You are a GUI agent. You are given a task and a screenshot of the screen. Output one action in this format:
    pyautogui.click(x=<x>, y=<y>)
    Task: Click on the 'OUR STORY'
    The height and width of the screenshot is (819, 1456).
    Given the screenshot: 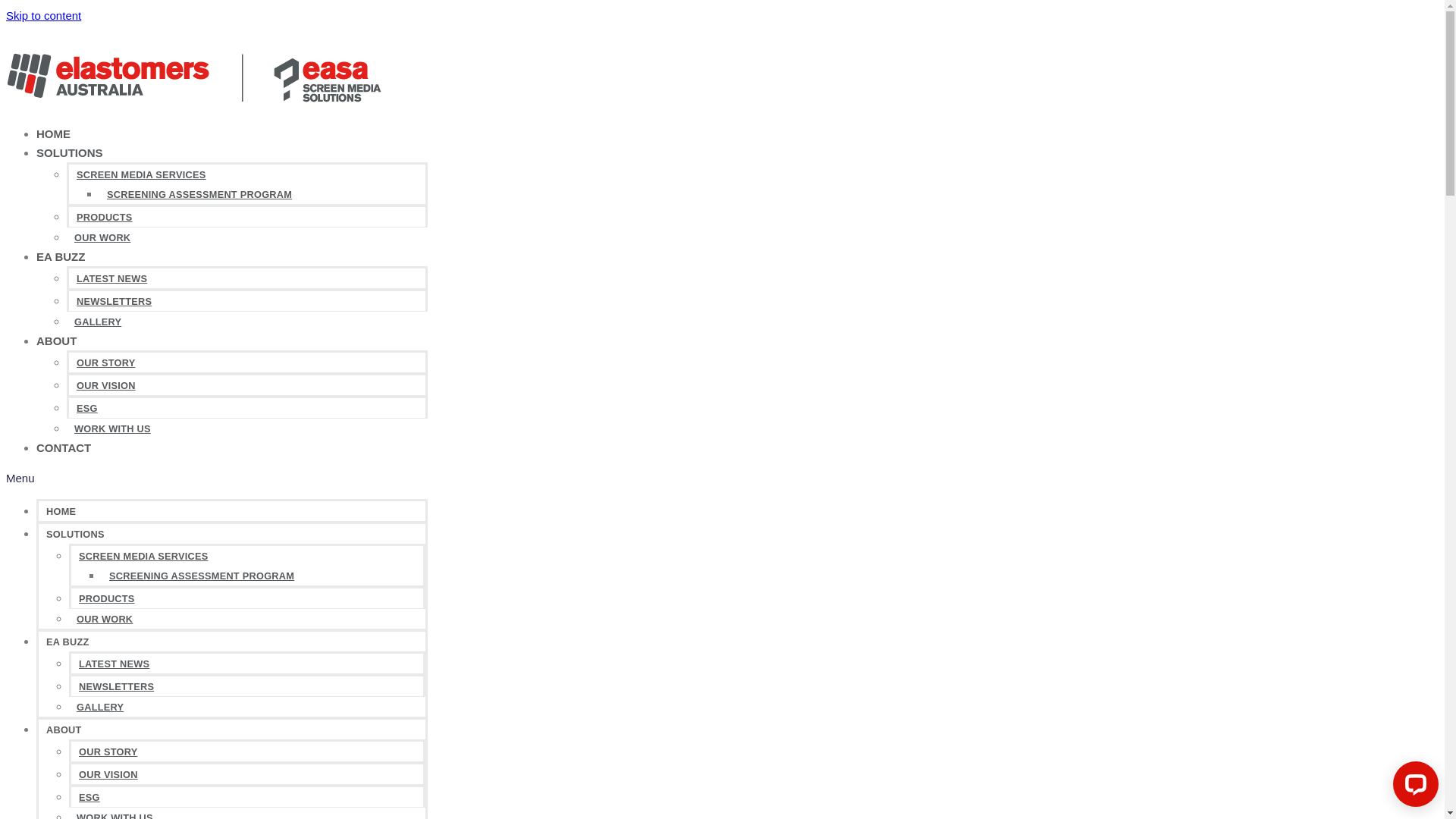 What is the action you would take?
    pyautogui.click(x=105, y=362)
    